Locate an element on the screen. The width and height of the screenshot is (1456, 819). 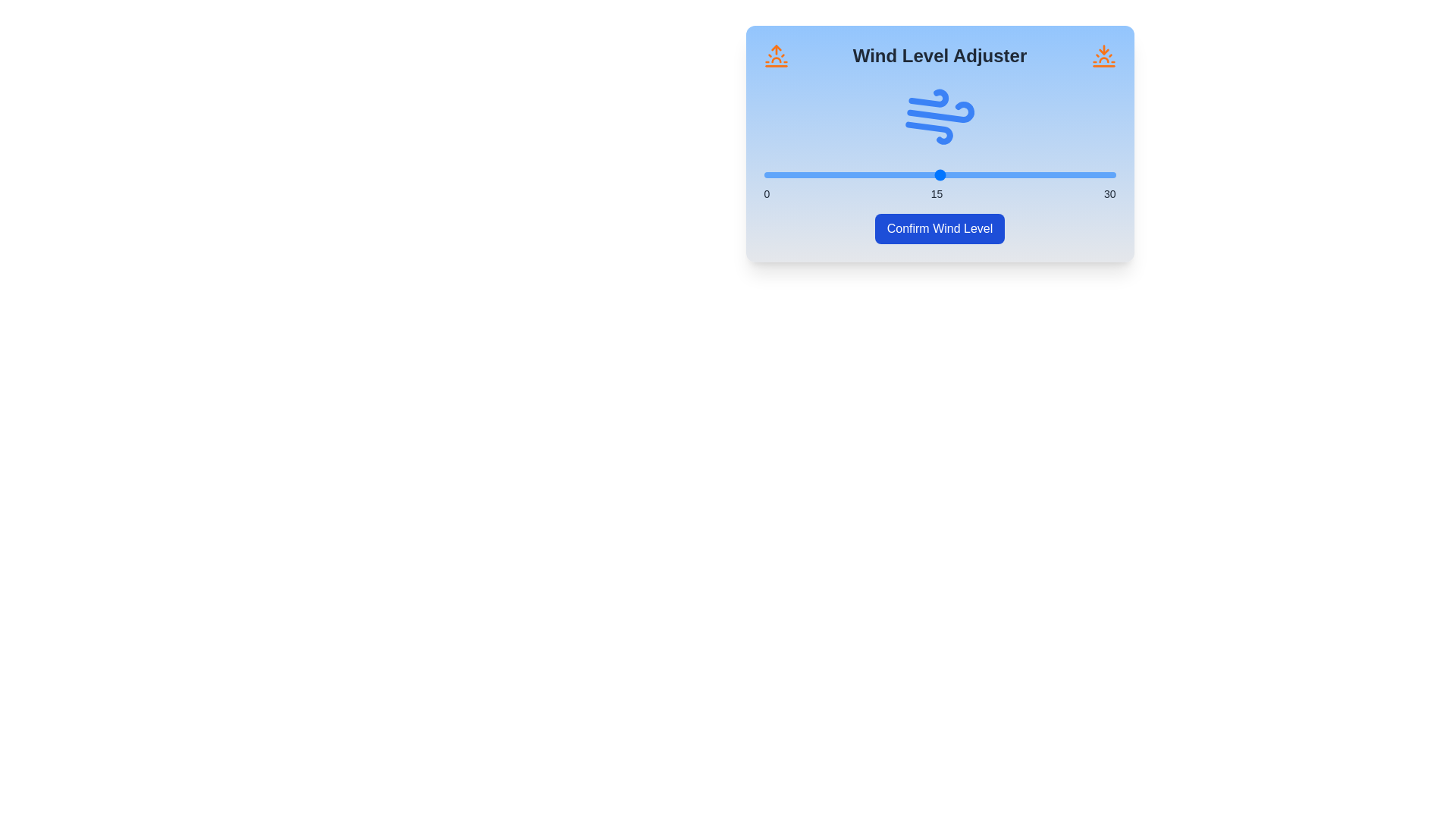
the slider to inspect the current wind level value is located at coordinates (939, 174).